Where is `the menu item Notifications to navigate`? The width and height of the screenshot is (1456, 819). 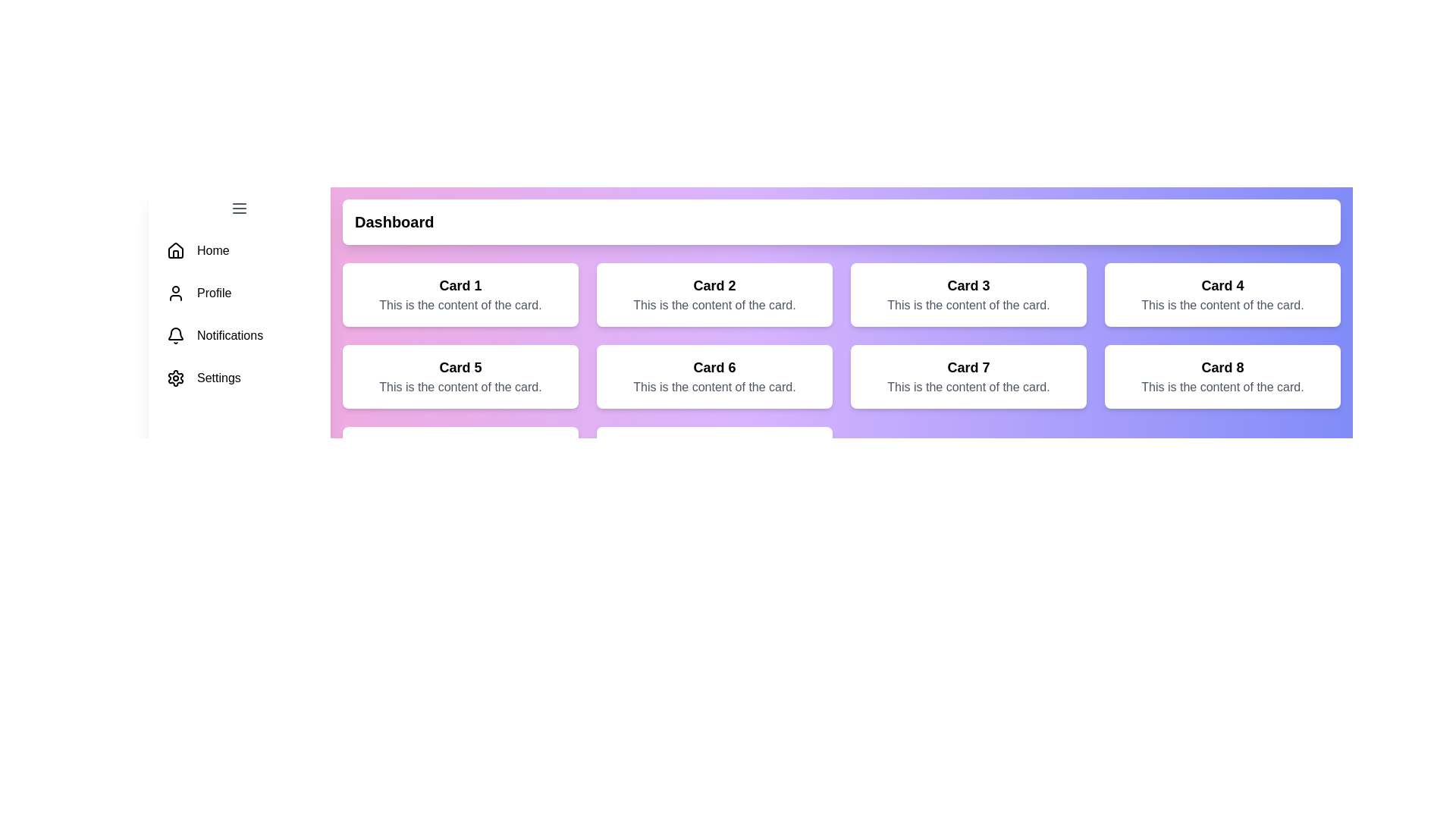 the menu item Notifications to navigate is located at coordinates (239, 335).